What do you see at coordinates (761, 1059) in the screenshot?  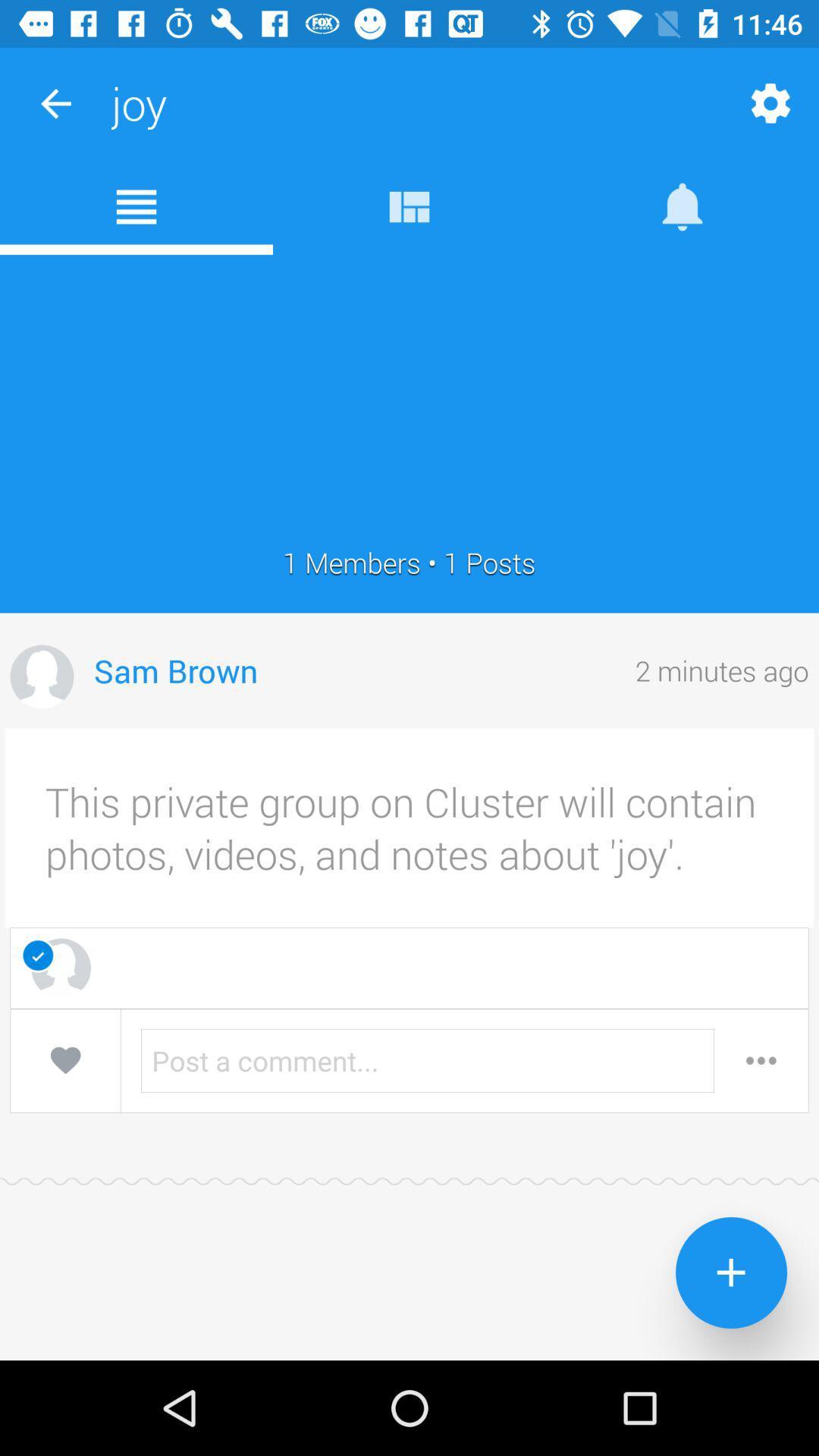 I see `search` at bounding box center [761, 1059].